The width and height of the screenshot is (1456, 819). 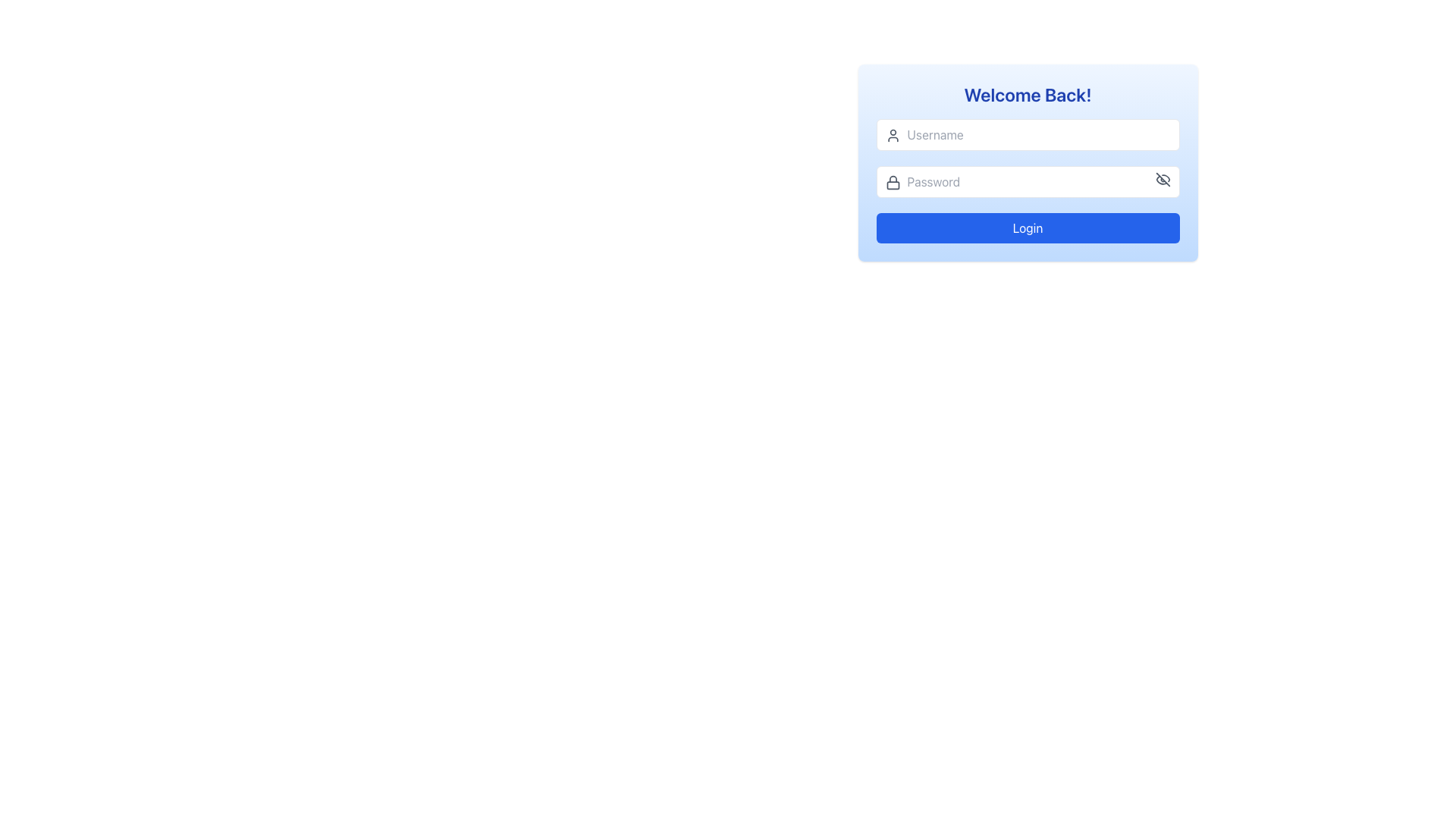 I want to click on the visibility toggle button with an eye icon and a diagonal line, so click(x=1162, y=178).